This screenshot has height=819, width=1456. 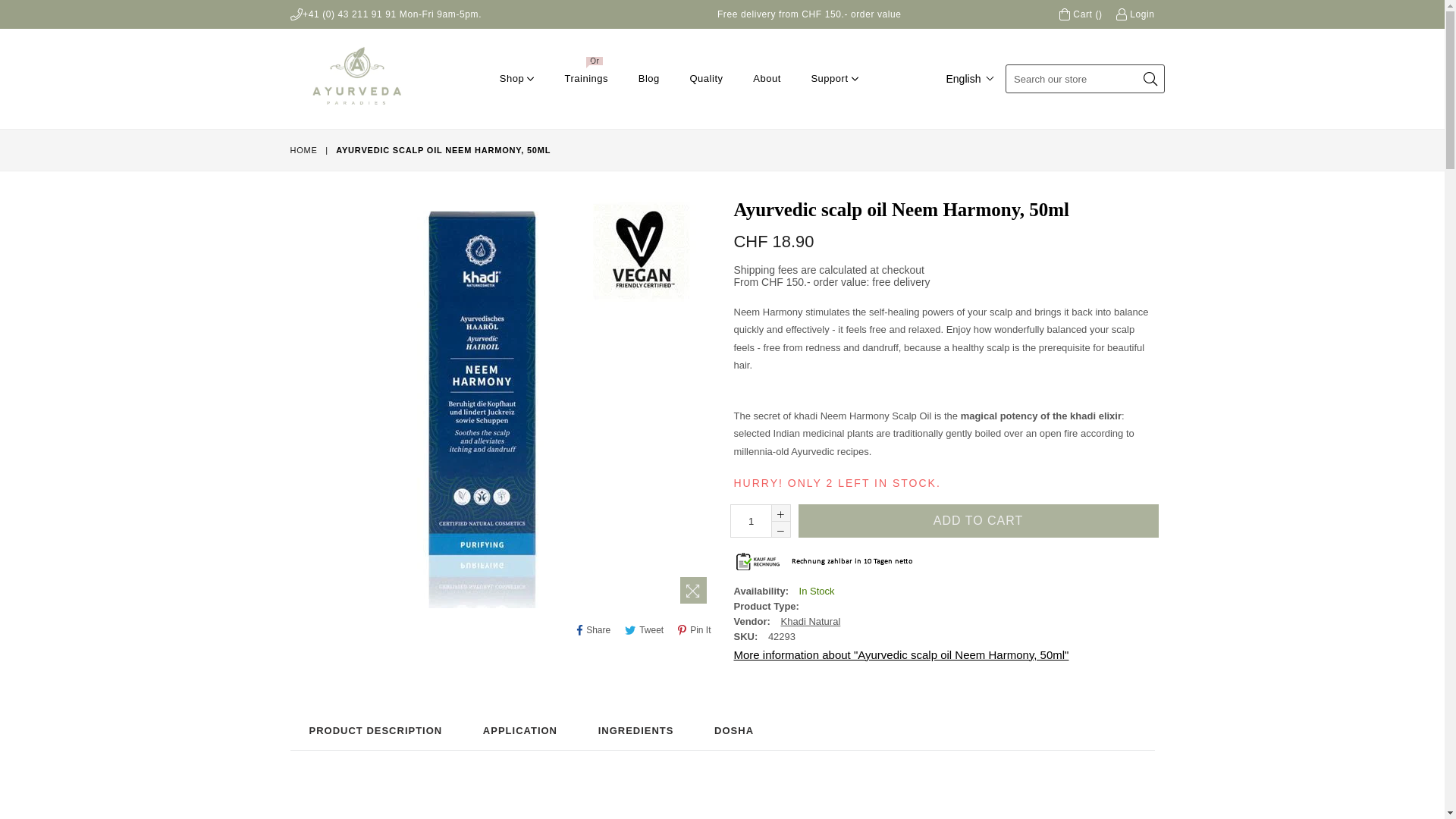 What do you see at coordinates (644, 630) in the screenshot?
I see `'Tweet` at bounding box center [644, 630].